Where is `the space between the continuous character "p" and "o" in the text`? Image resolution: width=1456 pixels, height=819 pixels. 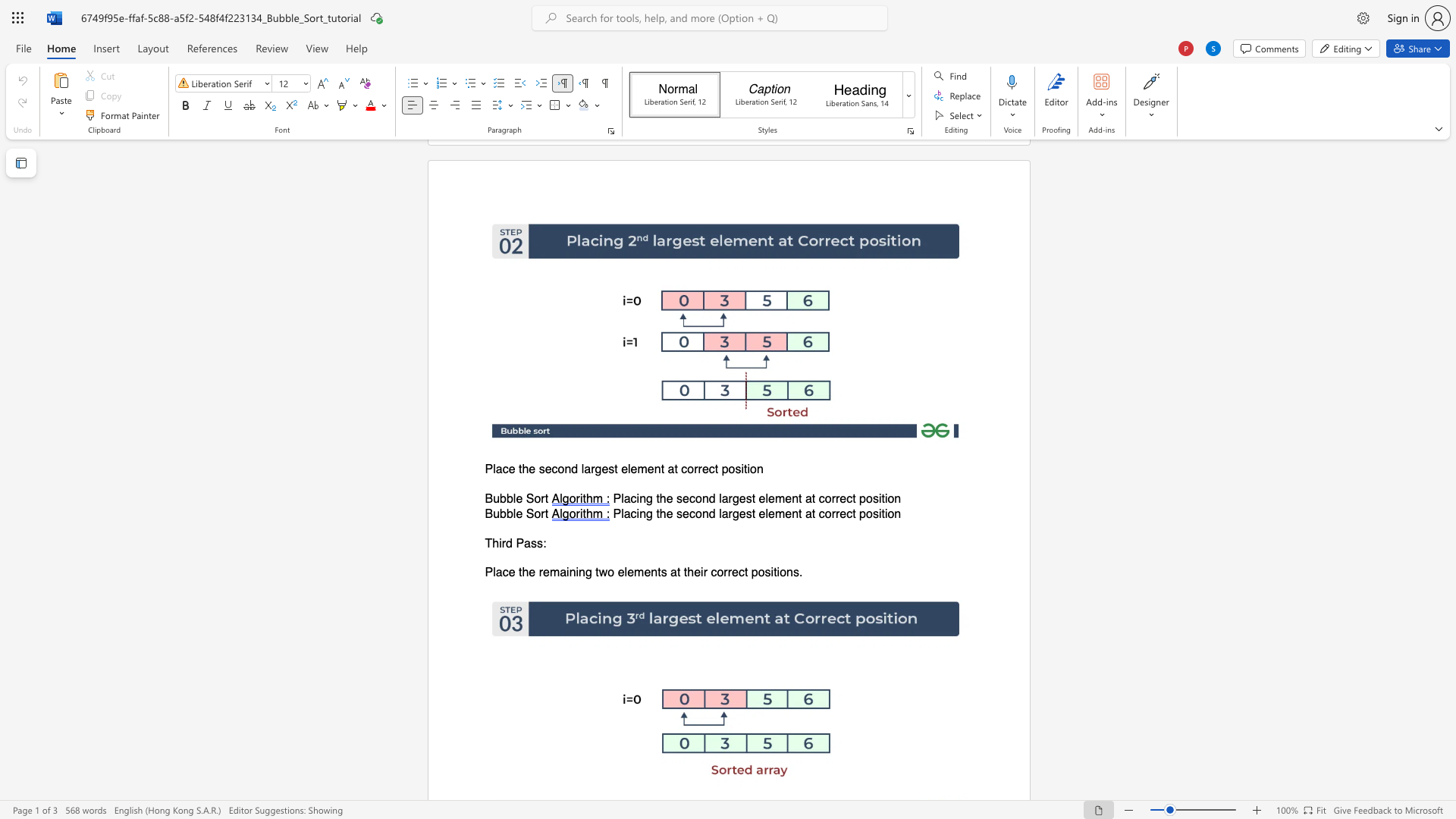
the space between the continuous character "p" and "o" in the text is located at coordinates (758, 573).